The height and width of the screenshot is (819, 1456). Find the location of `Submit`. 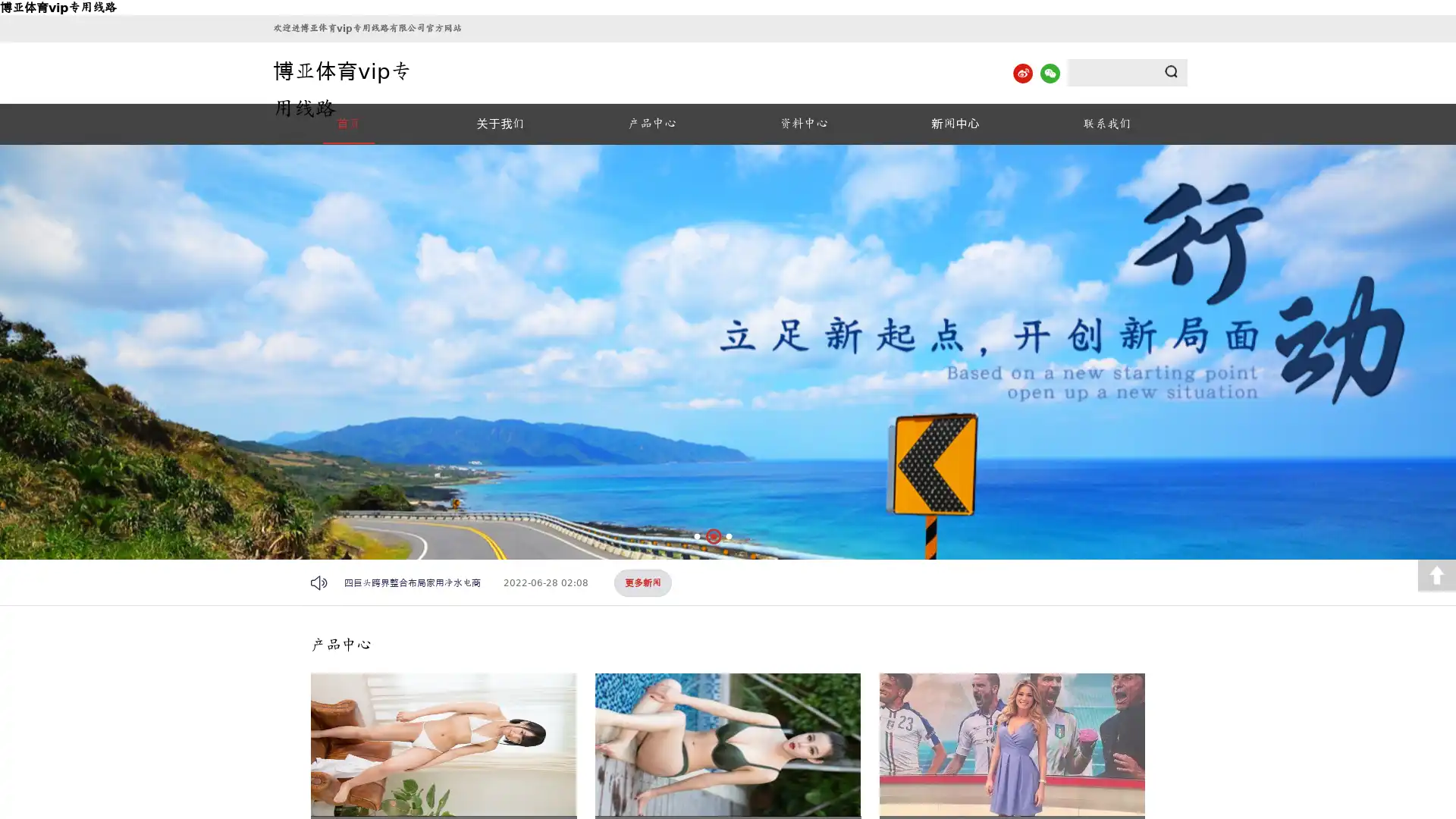

Submit is located at coordinates (1171, 72).